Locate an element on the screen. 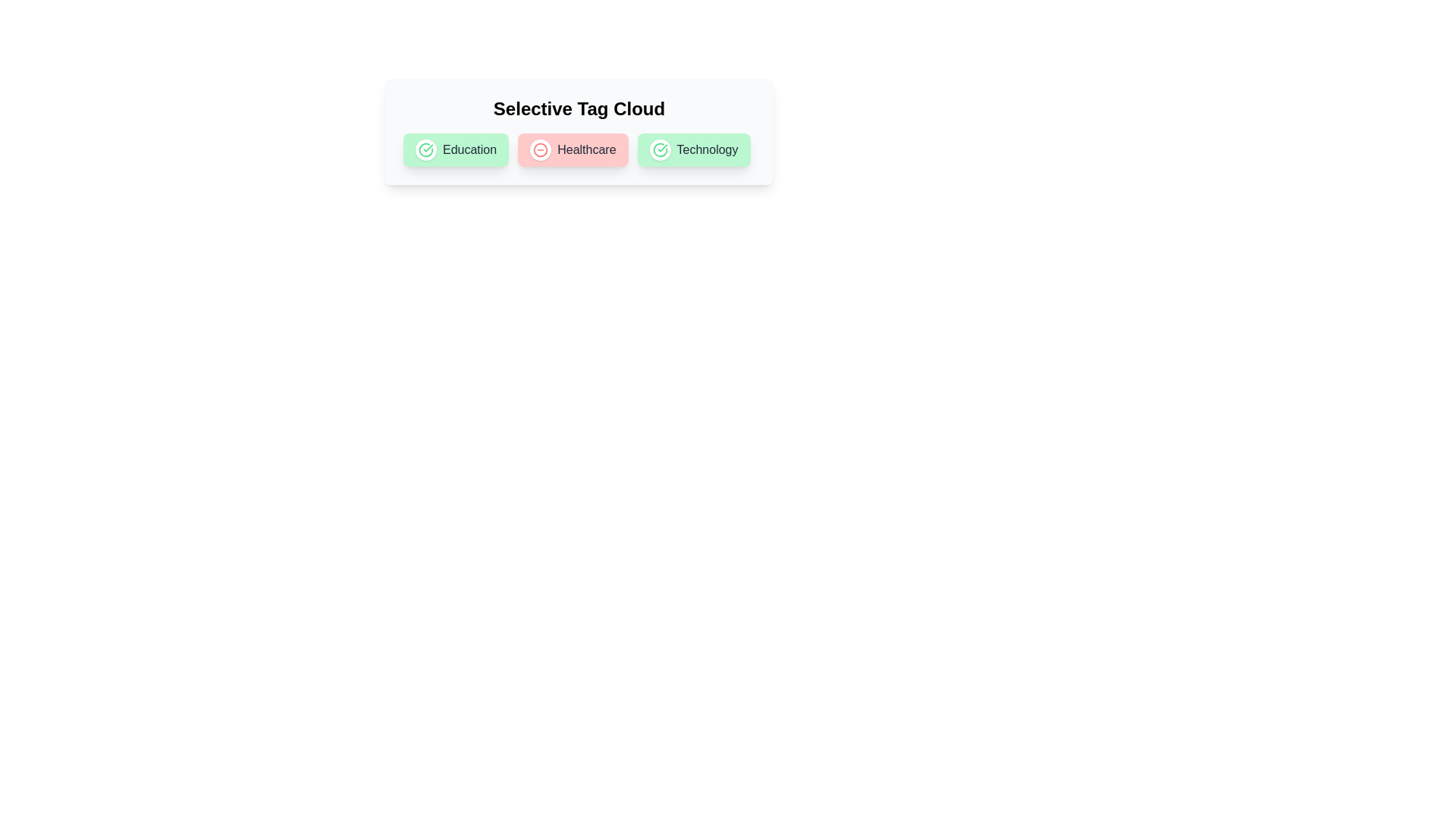  the tag labeled Education is located at coordinates (425, 149).